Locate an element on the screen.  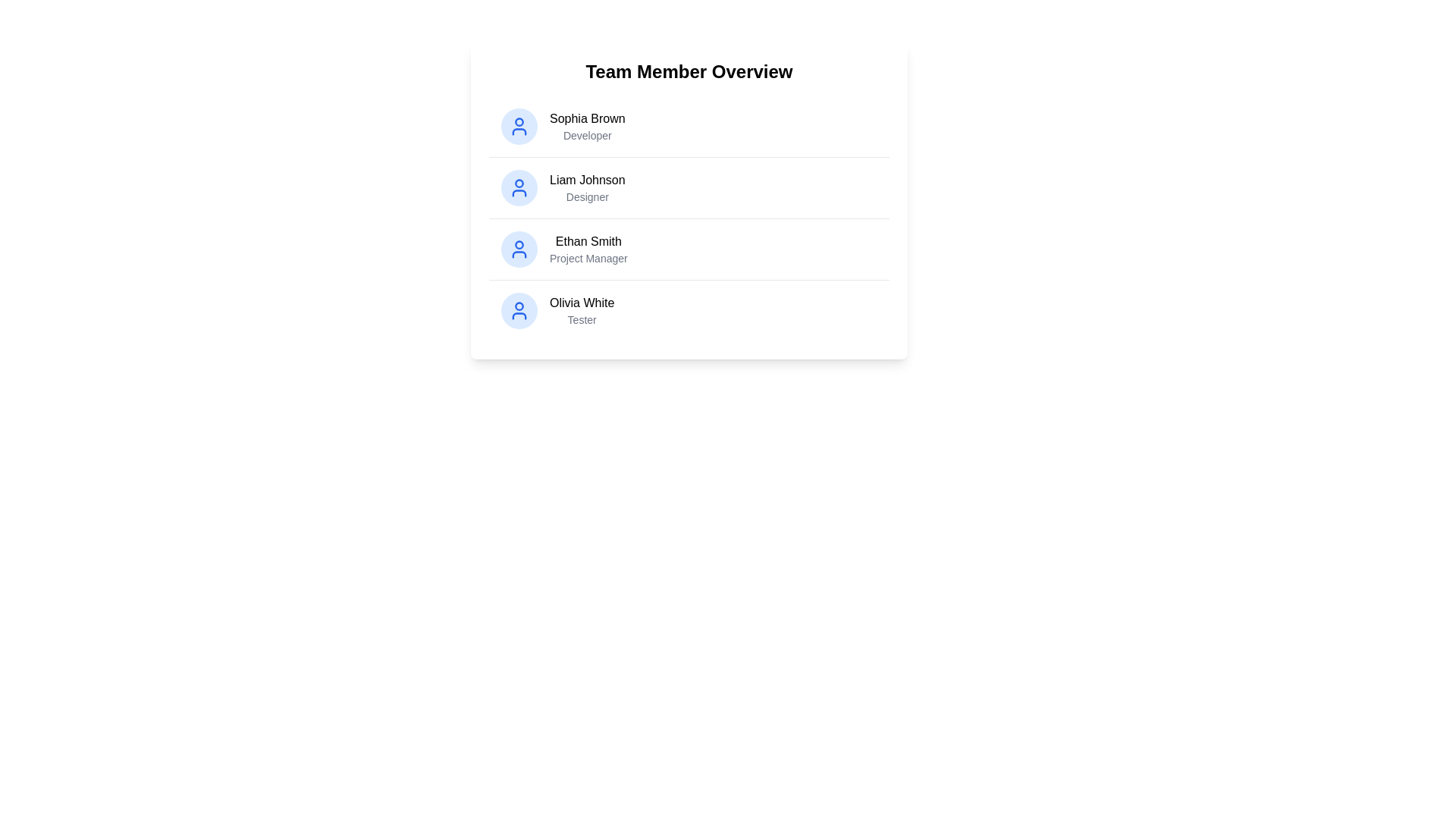
the static text label for the individual, Sophia Brown, which is located at the top of the first item in the team members list is located at coordinates (586, 118).